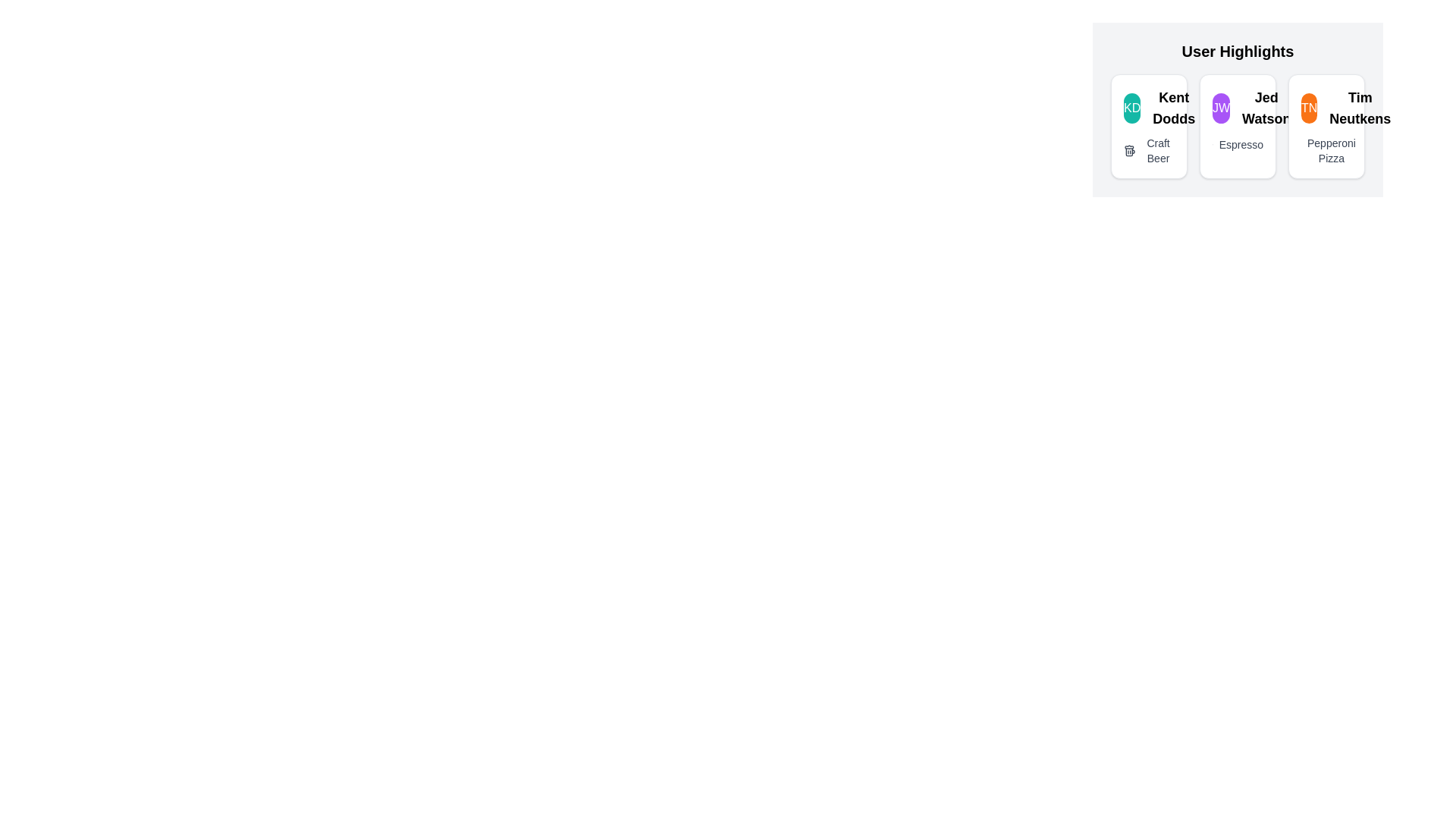 The height and width of the screenshot is (819, 1456). Describe the element at coordinates (1326, 151) in the screenshot. I see `the Text label that provides information related to 'Tim Neutkens', located in the user highlights section of the rightmost card` at that location.